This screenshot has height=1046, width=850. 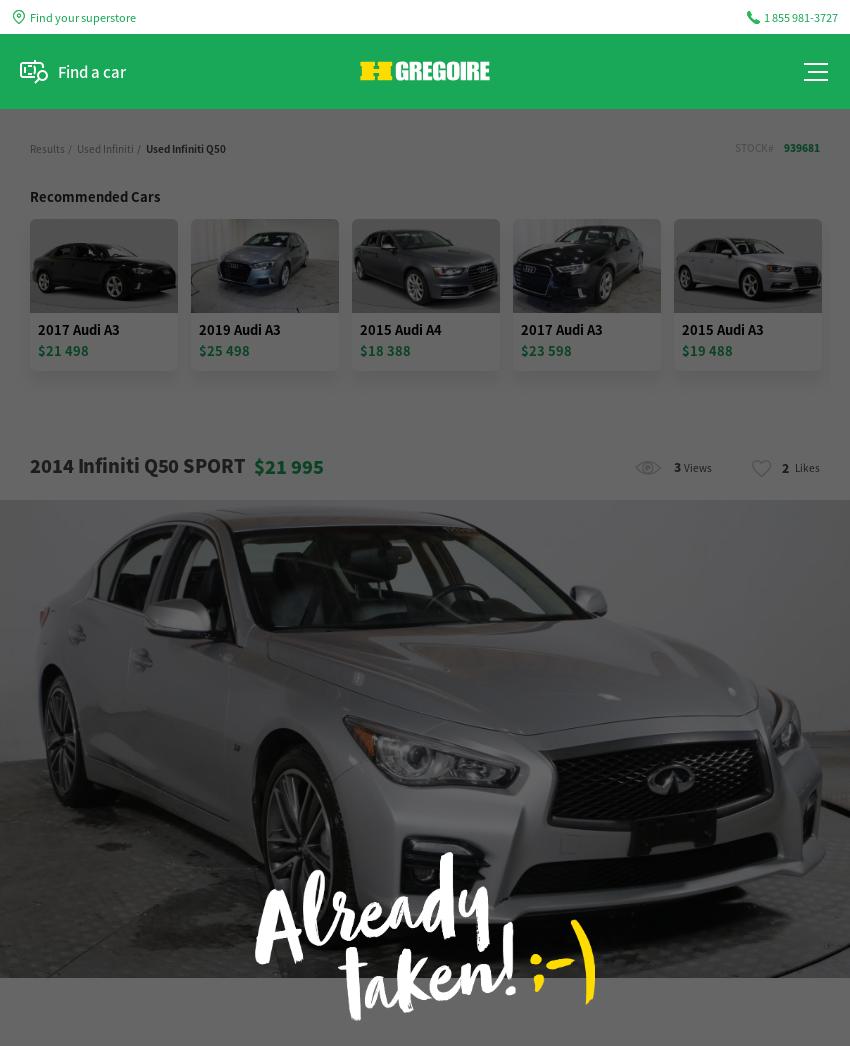 What do you see at coordinates (358, 349) in the screenshot?
I see `'$18 388'` at bounding box center [358, 349].